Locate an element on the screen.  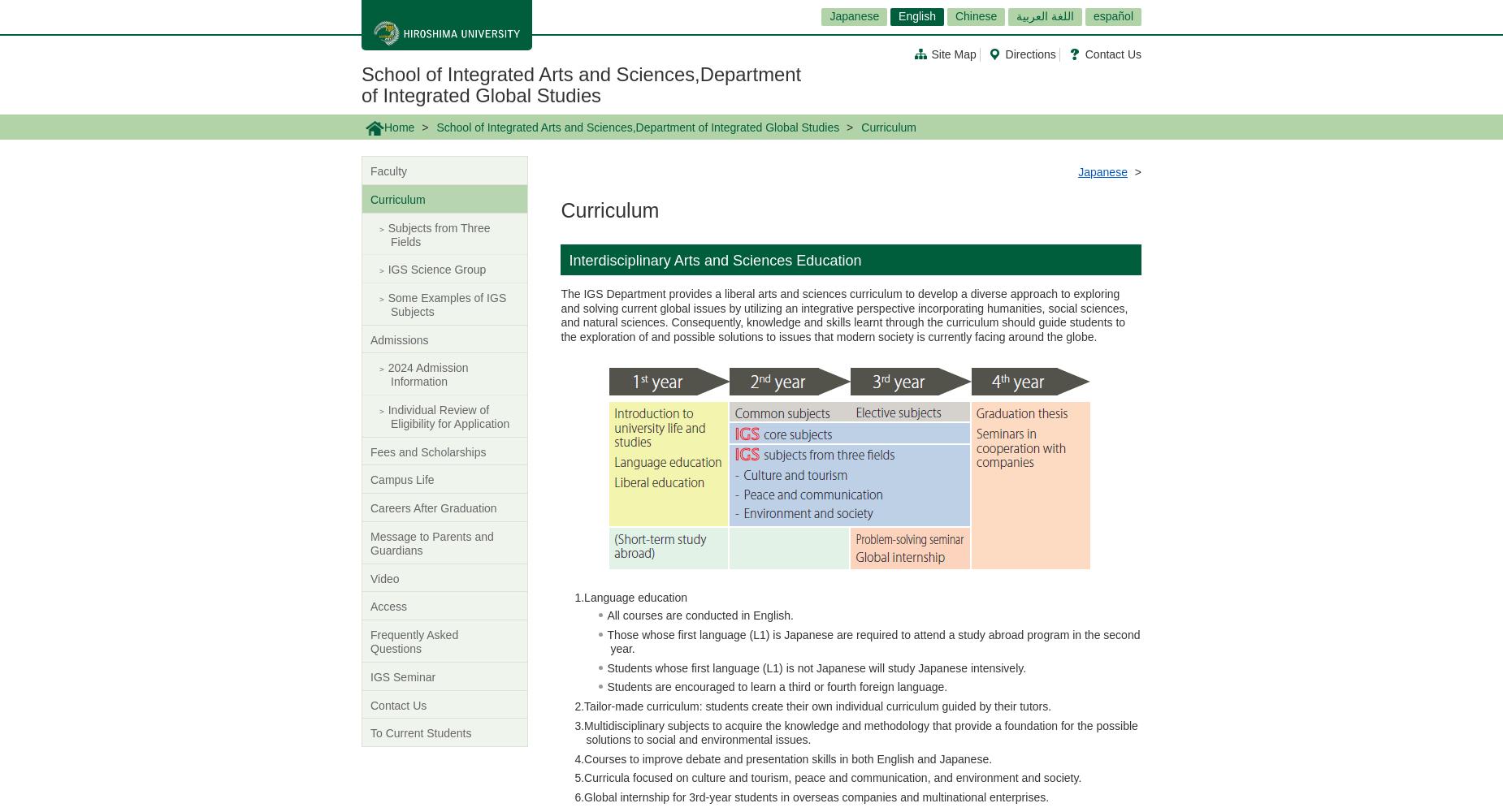
'Access' is located at coordinates (388, 606).